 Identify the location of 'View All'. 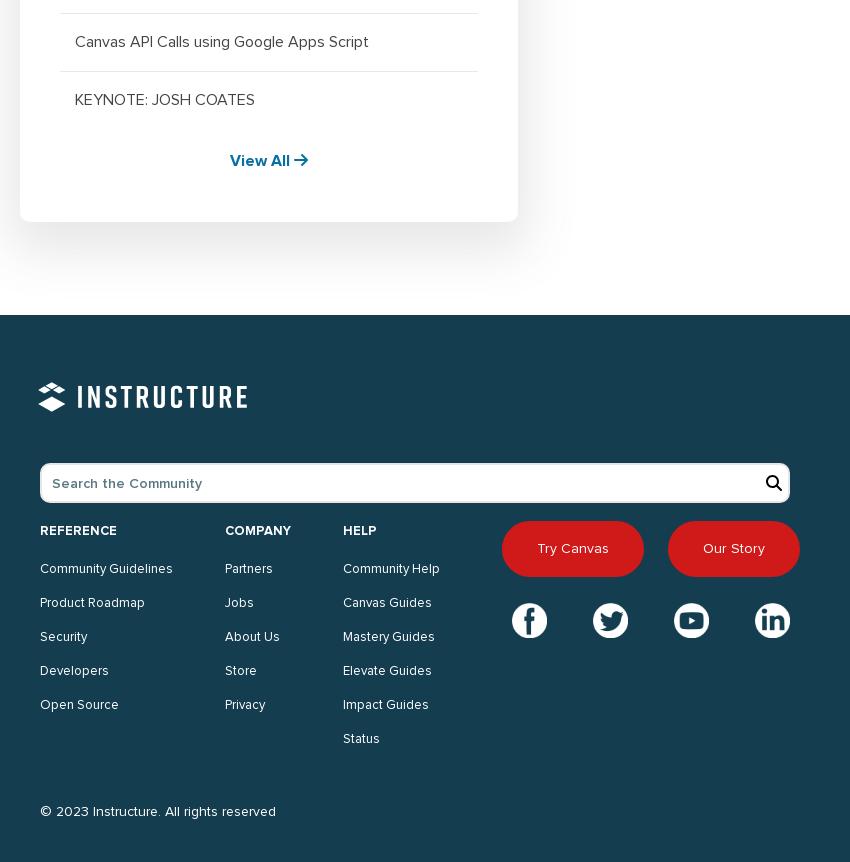
(260, 159).